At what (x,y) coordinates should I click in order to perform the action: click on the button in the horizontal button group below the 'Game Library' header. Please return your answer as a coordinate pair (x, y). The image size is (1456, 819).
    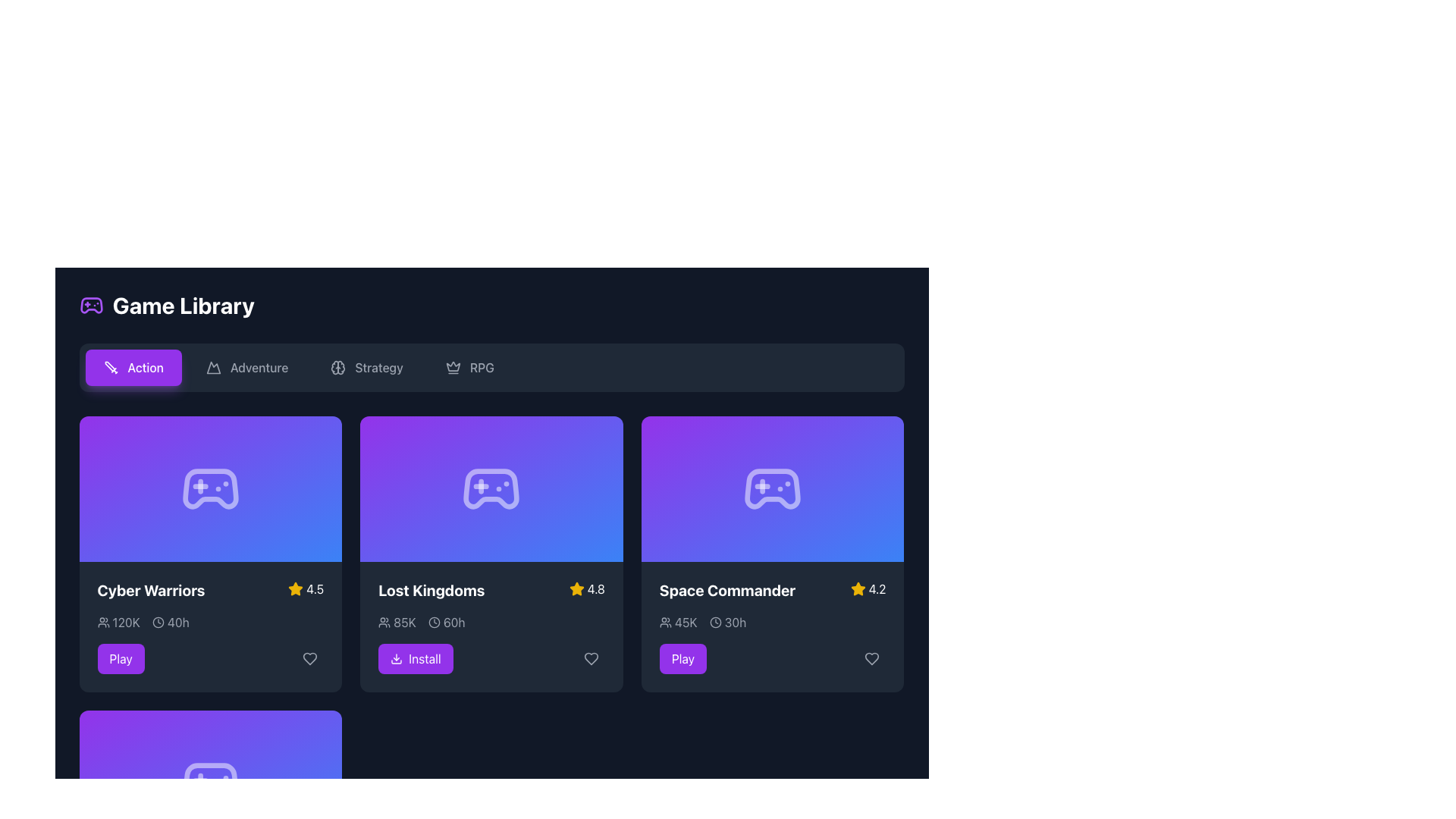
    Looking at the image, I should click on (491, 368).